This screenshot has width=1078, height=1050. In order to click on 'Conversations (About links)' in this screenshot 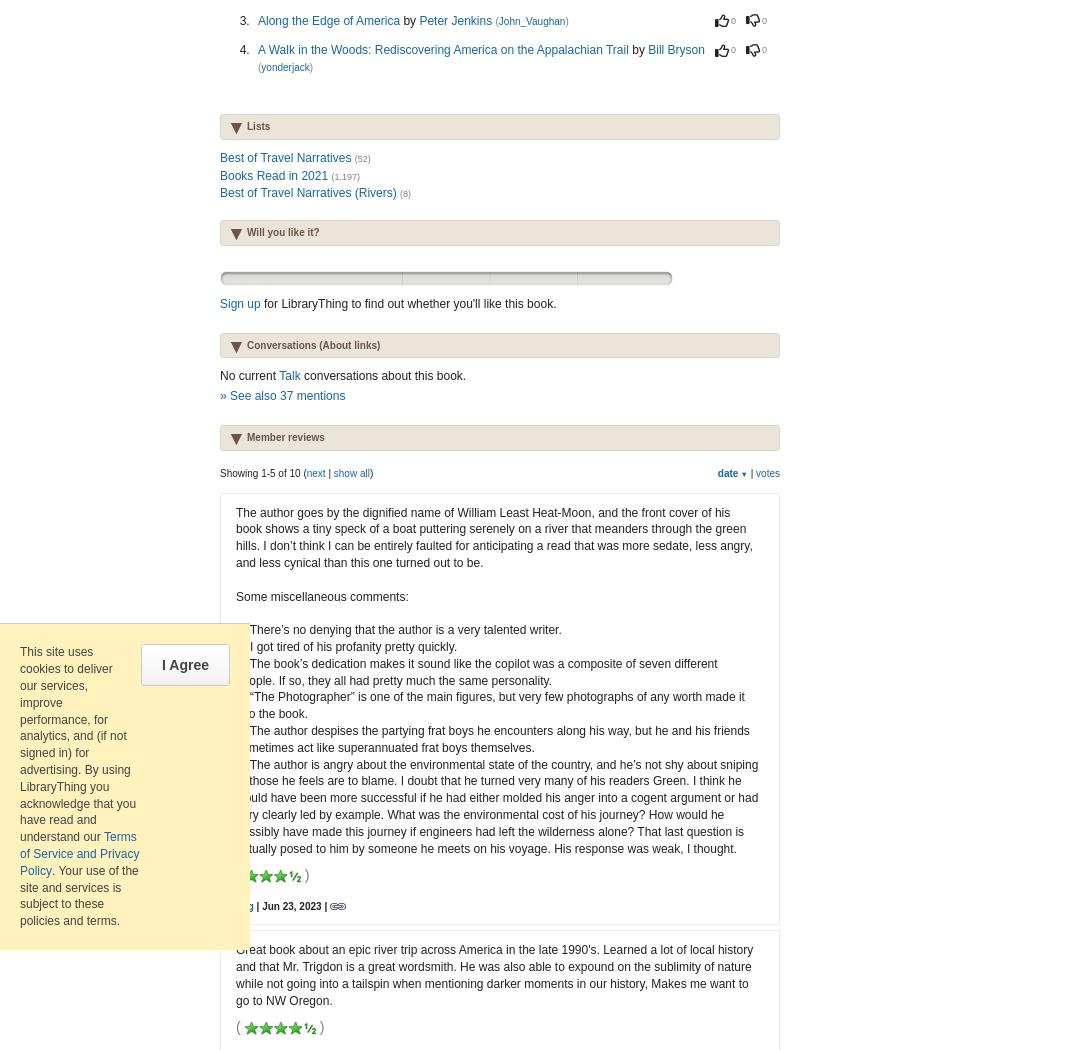, I will do `click(312, 343)`.